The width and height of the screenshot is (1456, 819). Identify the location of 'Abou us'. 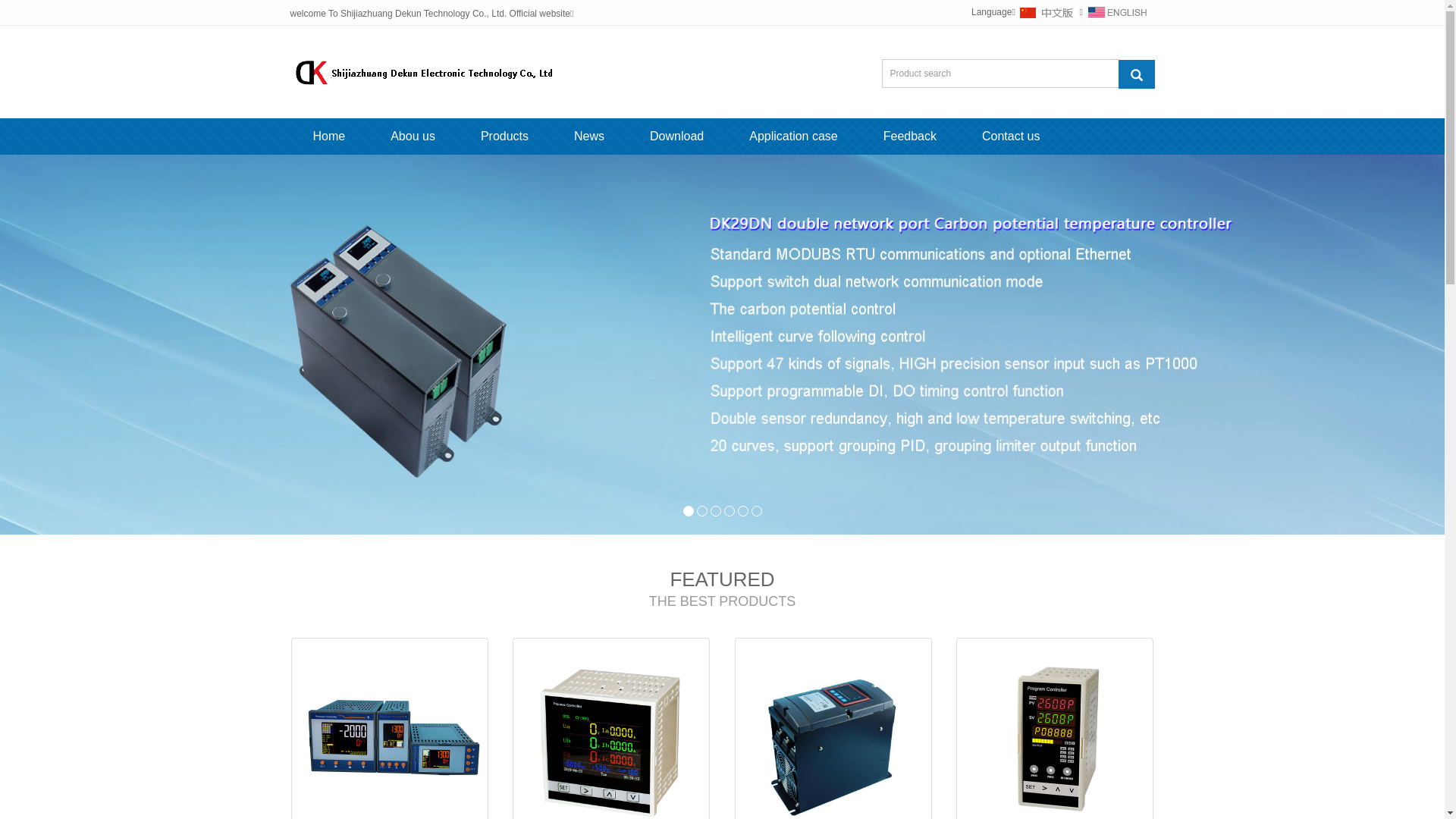
(413, 136).